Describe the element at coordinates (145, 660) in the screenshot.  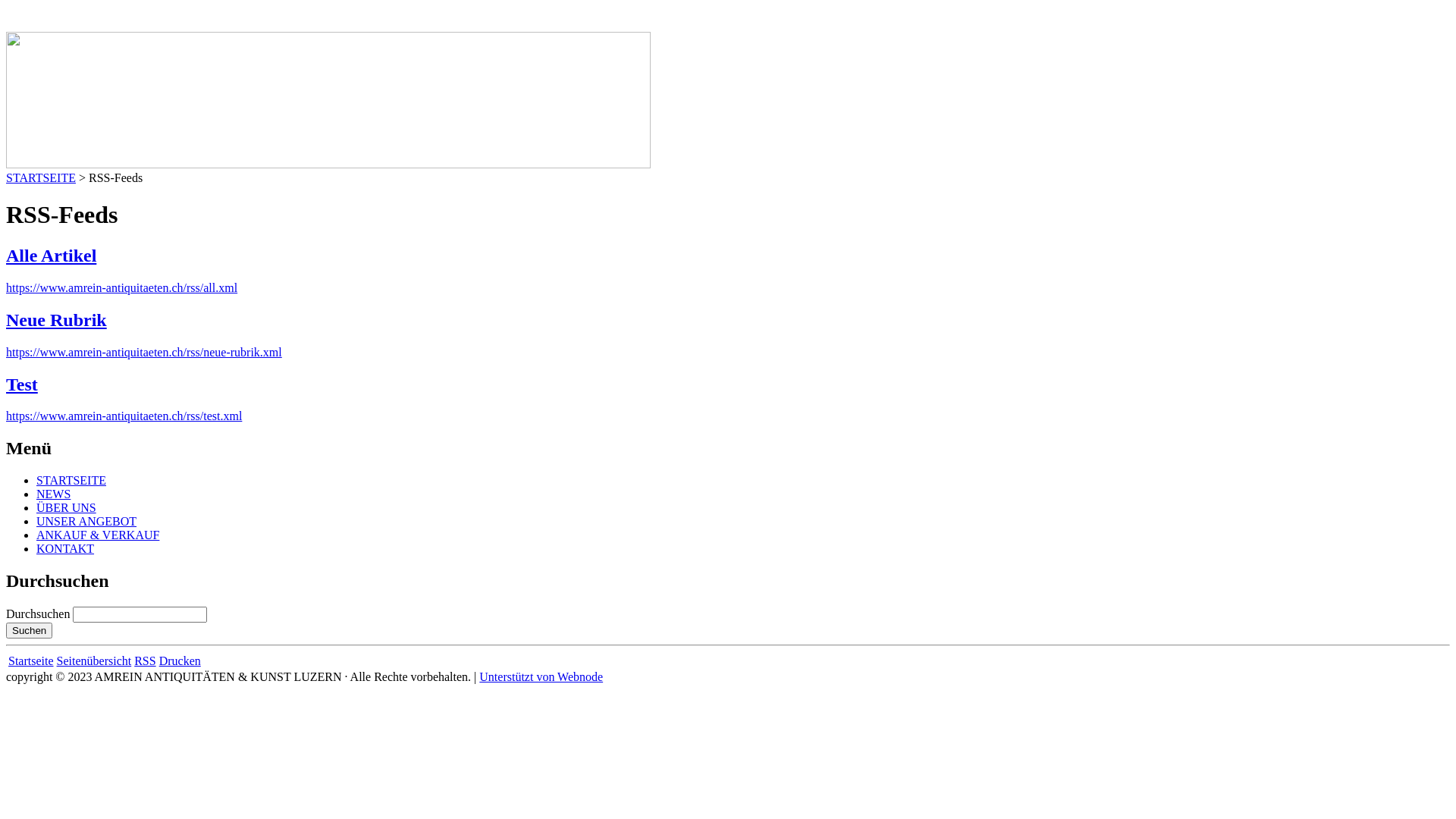
I see `'RSS'` at that location.